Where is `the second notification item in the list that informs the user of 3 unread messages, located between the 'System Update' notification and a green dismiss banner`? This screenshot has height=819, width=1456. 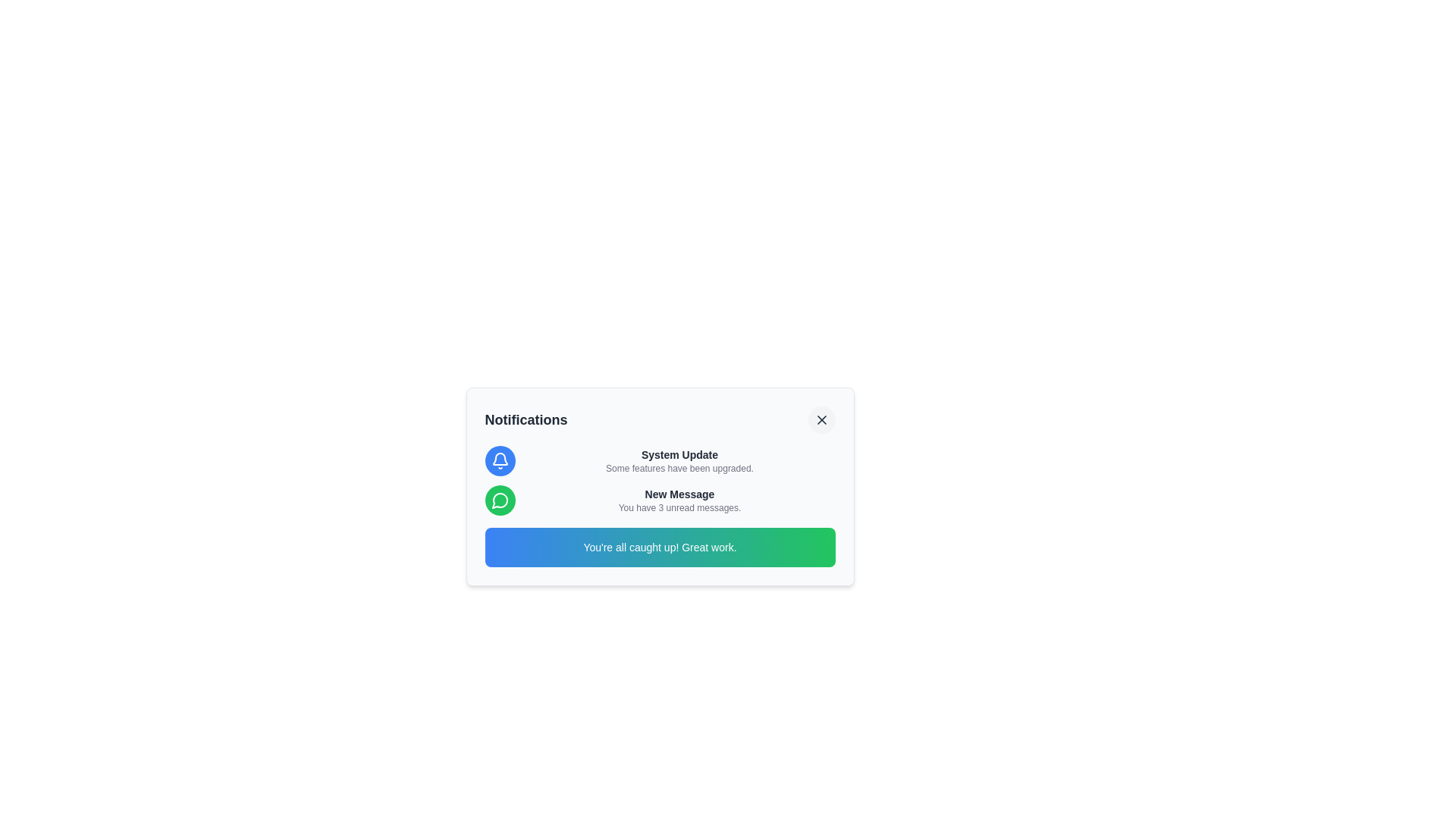
the second notification item in the list that informs the user of 3 unread messages, located between the 'System Update' notification and a green dismiss banner is located at coordinates (660, 500).